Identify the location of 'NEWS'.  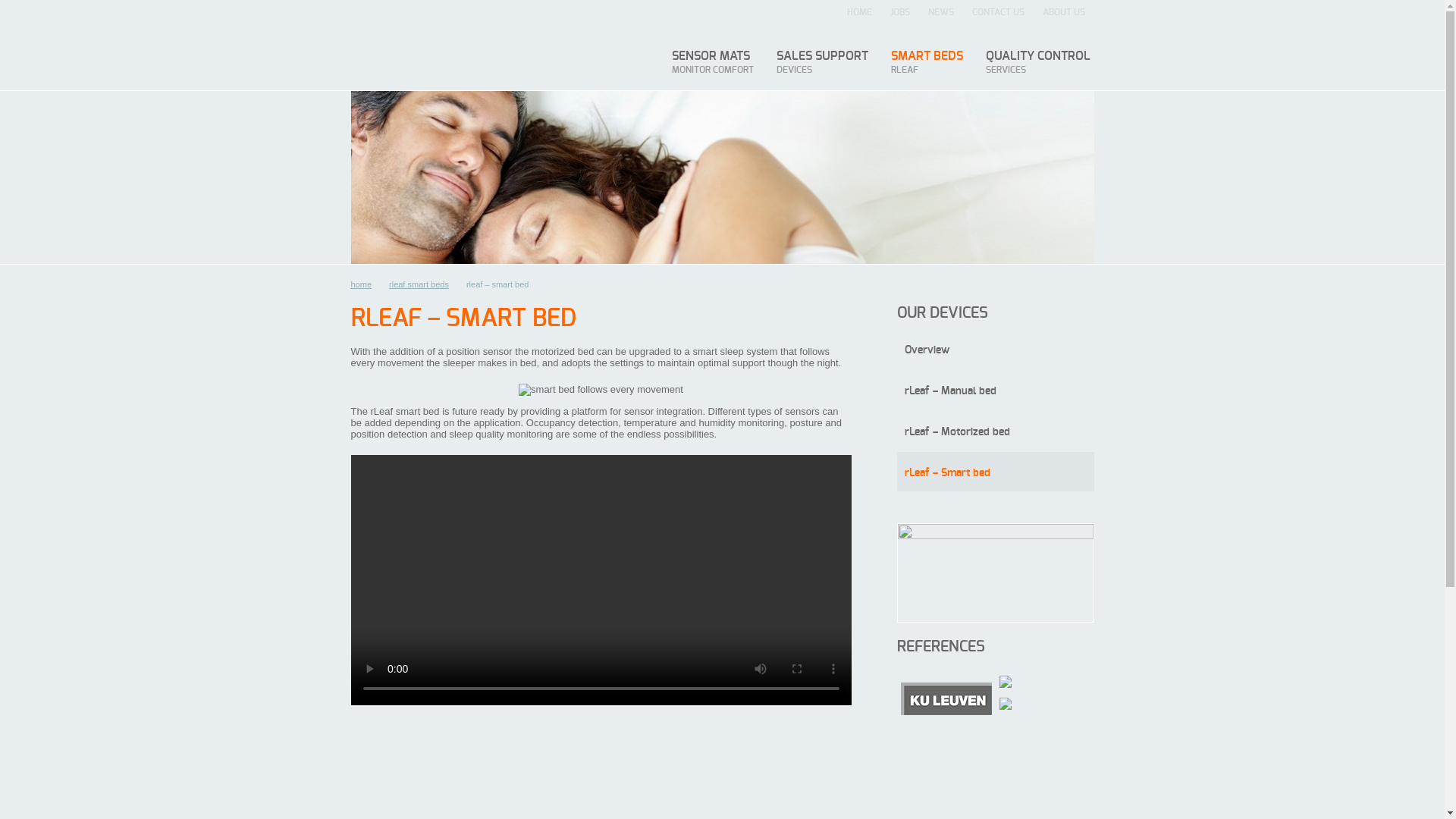
(918, 11).